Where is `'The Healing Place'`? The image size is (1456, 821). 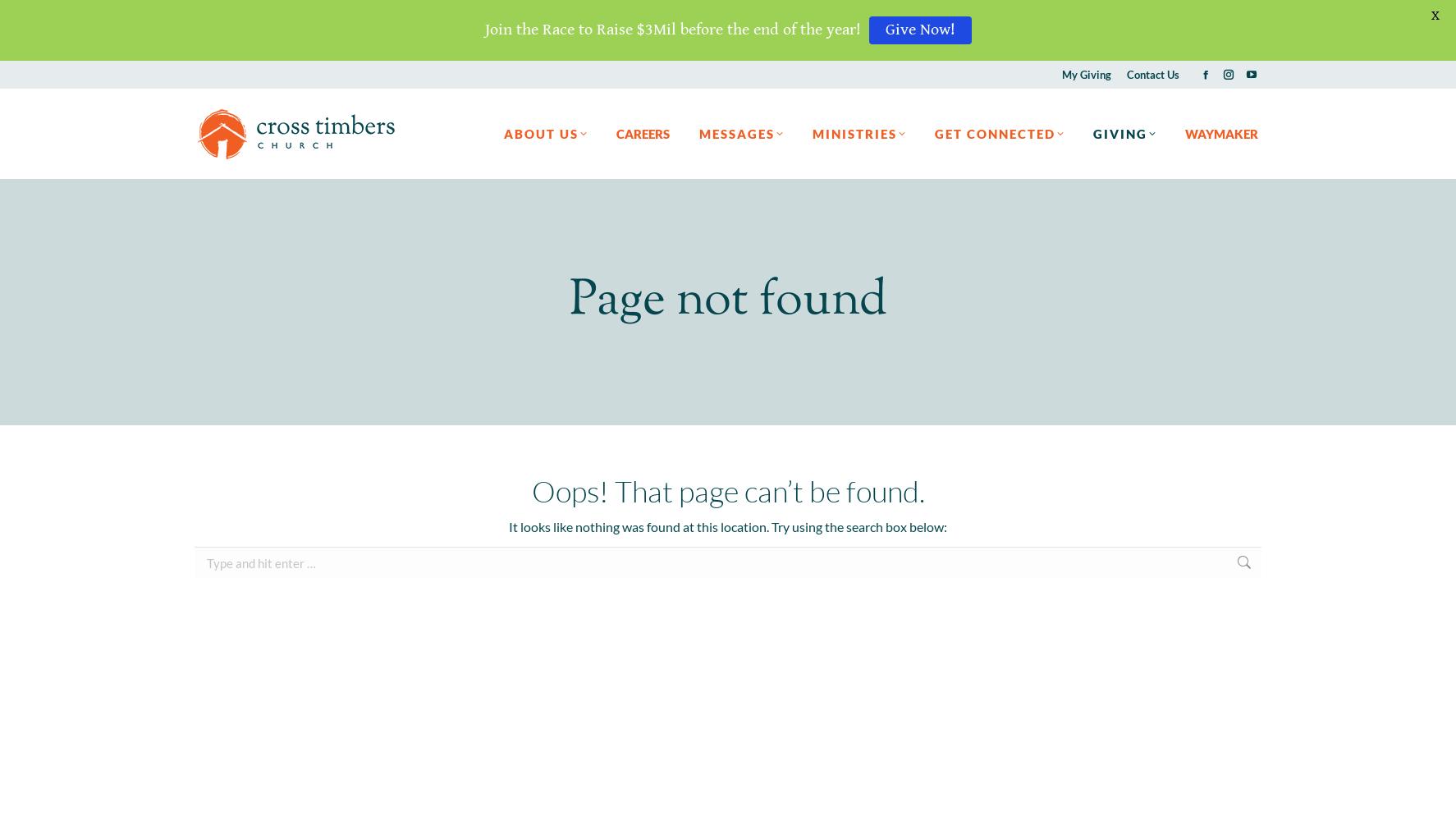 'The Healing Place' is located at coordinates (863, 308).